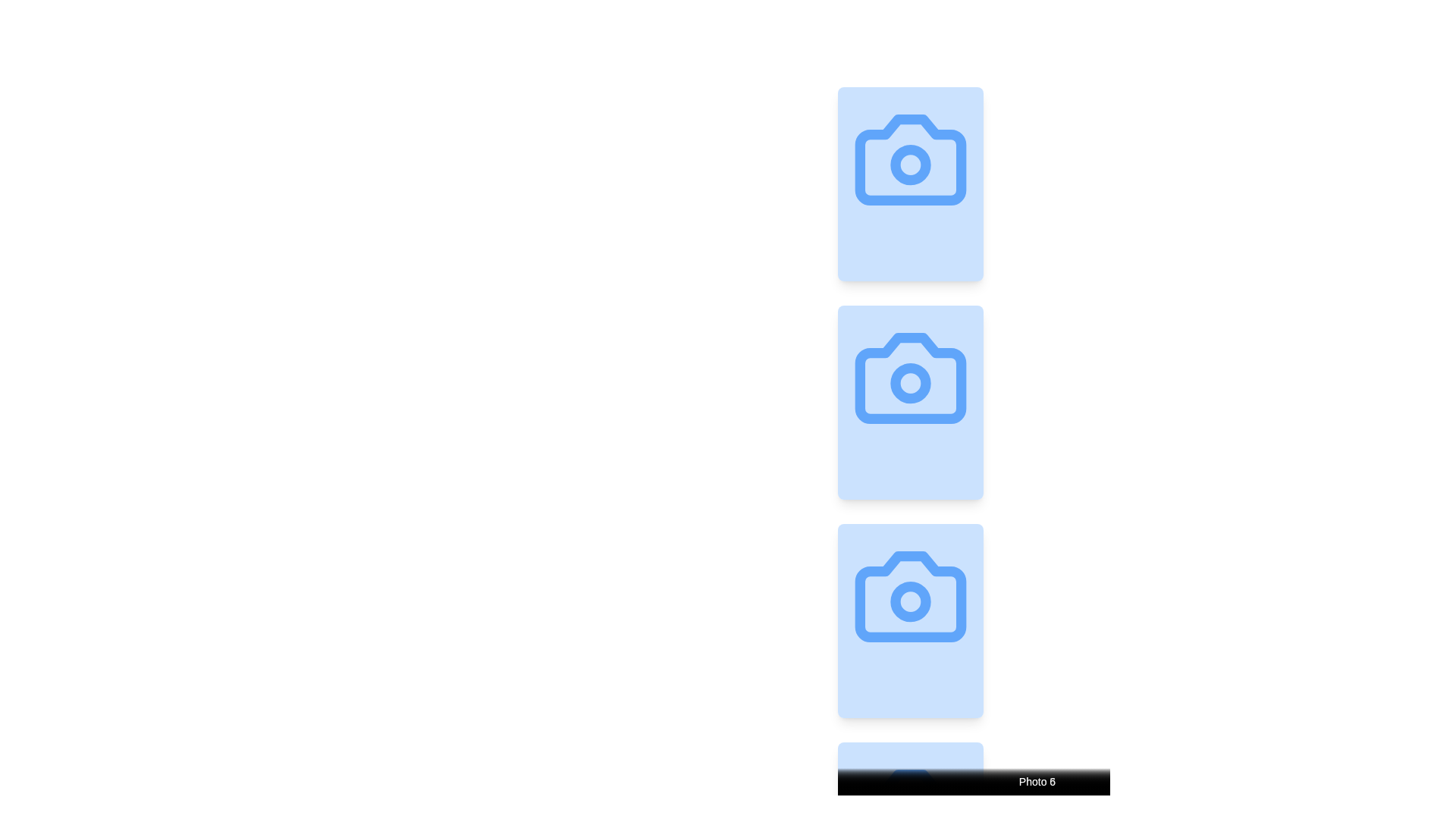  What do you see at coordinates (1037, 781) in the screenshot?
I see `the text label that reads 'Photo 6' located on a black gradient bar at the bottom of the last image in a vertical layout` at bounding box center [1037, 781].